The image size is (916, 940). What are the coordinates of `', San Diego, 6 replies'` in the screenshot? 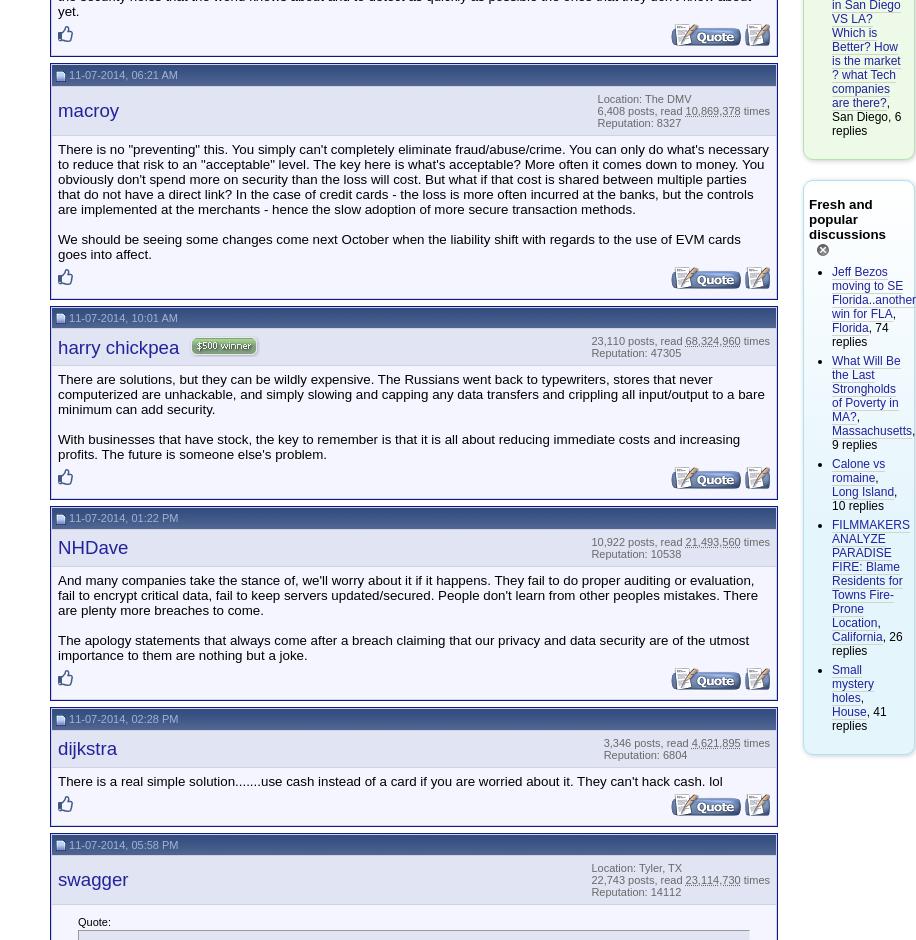 It's located at (865, 115).